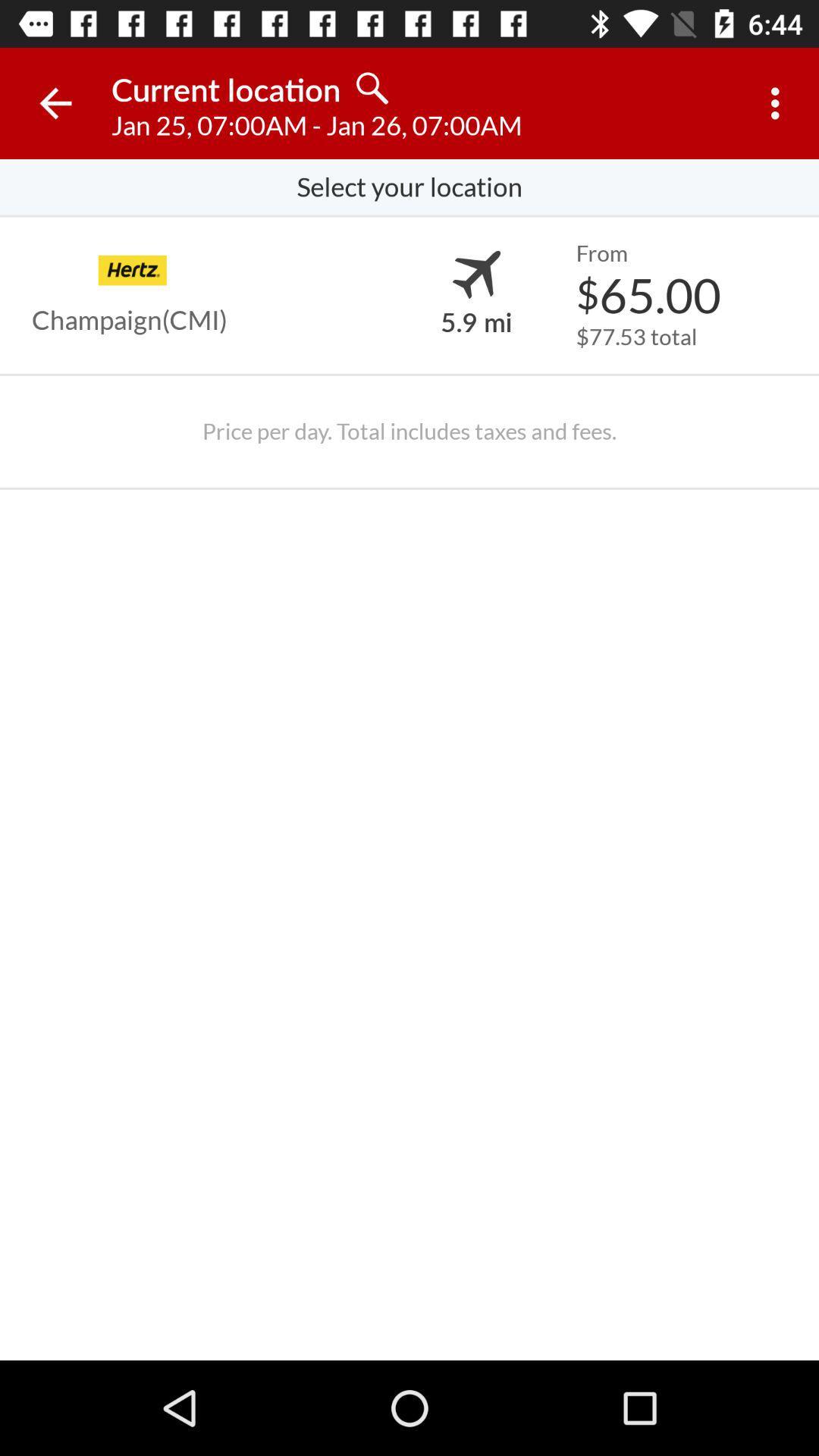  I want to click on champaign(cmi) item, so click(128, 319).